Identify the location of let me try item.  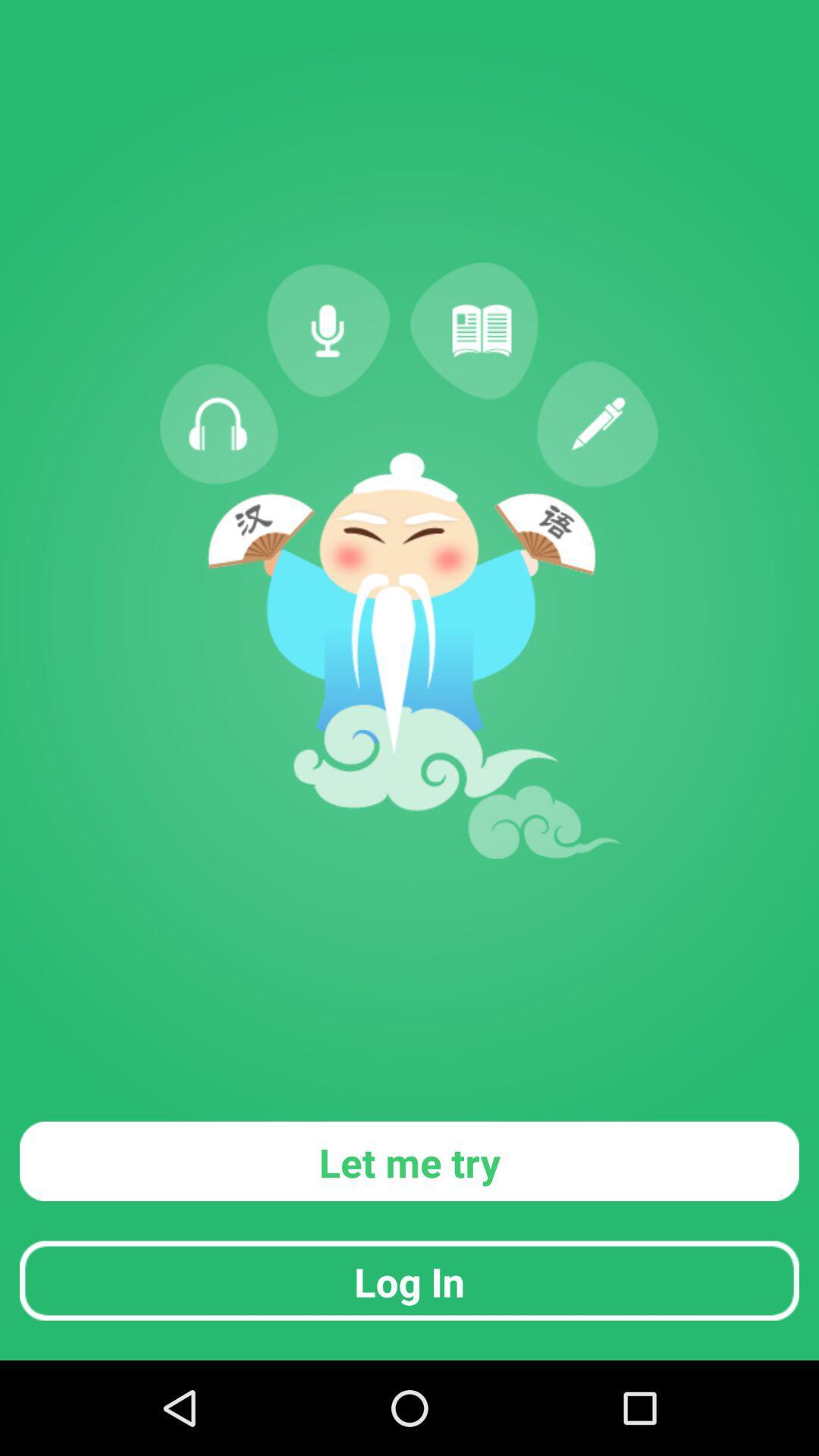
(409, 1160).